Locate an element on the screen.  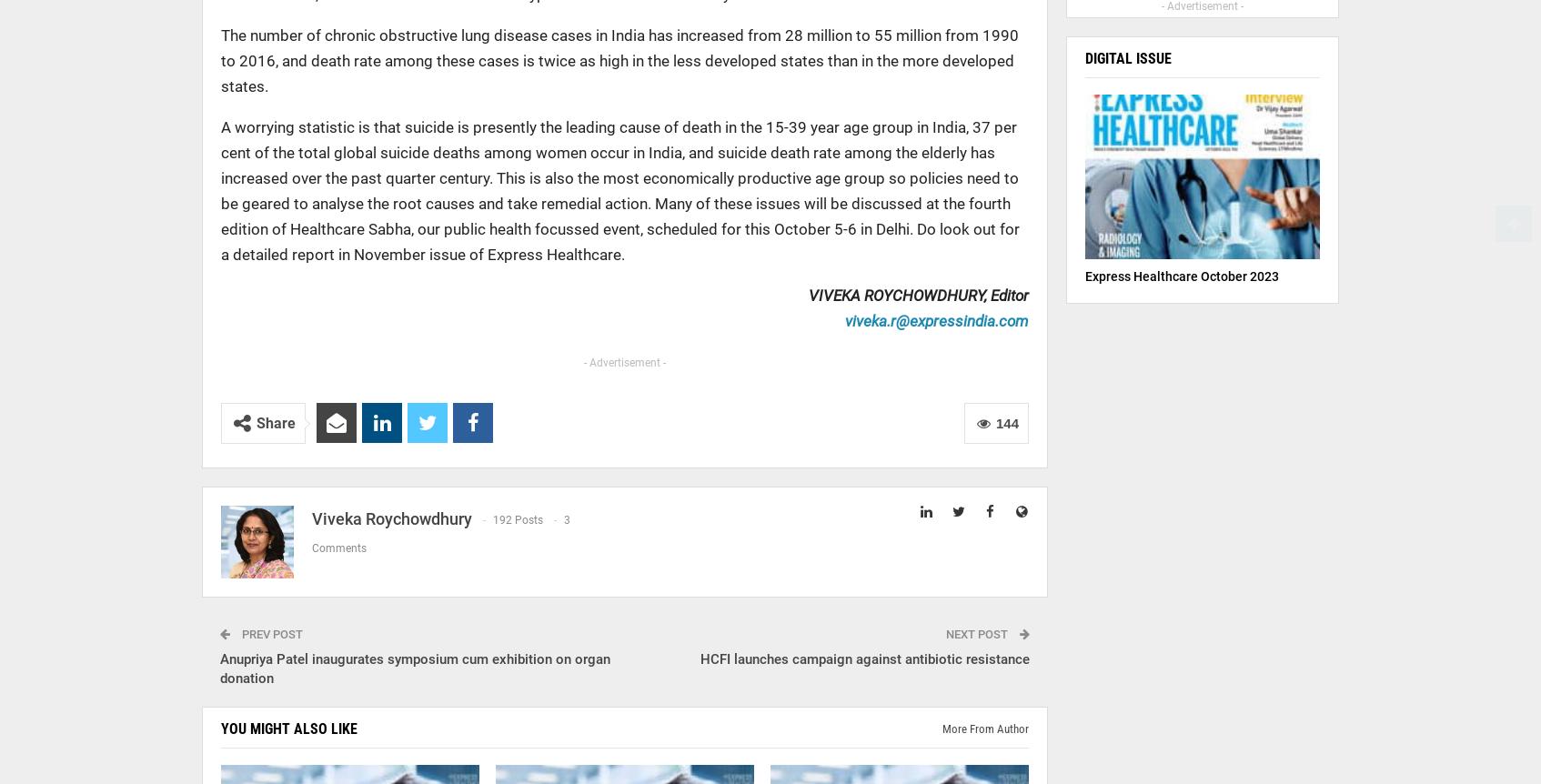
'More from author' is located at coordinates (984, 728).